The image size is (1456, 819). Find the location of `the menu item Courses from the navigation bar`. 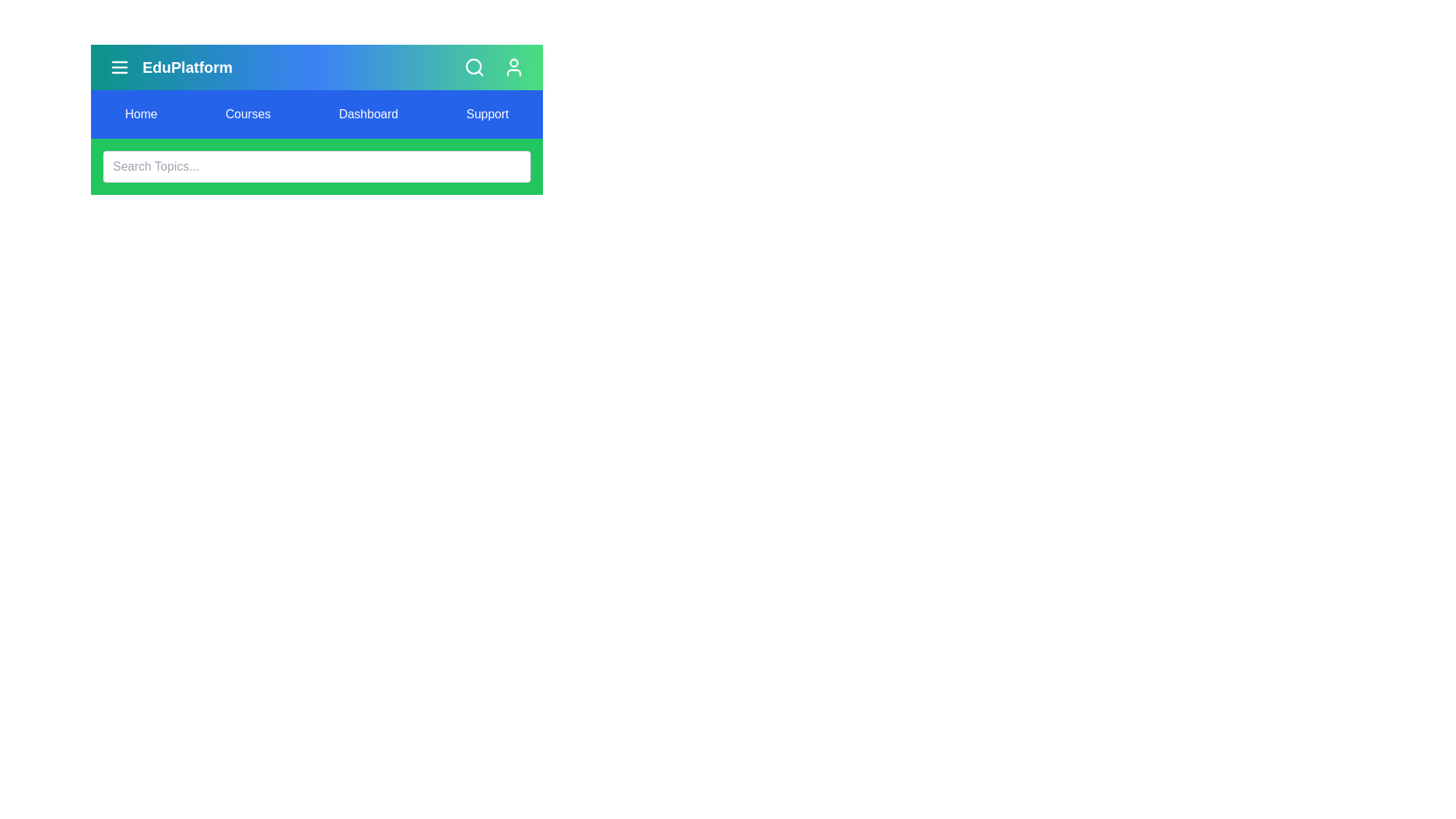

the menu item Courses from the navigation bar is located at coordinates (247, 113).